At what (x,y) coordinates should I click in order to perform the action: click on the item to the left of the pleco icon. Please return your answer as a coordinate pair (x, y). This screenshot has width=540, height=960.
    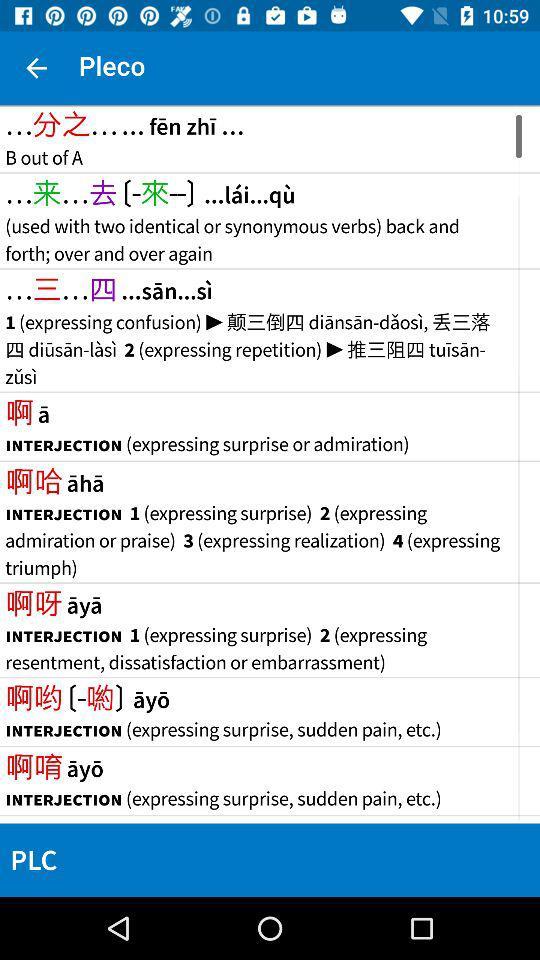
    Looking at the image, I should click on (36, 68).